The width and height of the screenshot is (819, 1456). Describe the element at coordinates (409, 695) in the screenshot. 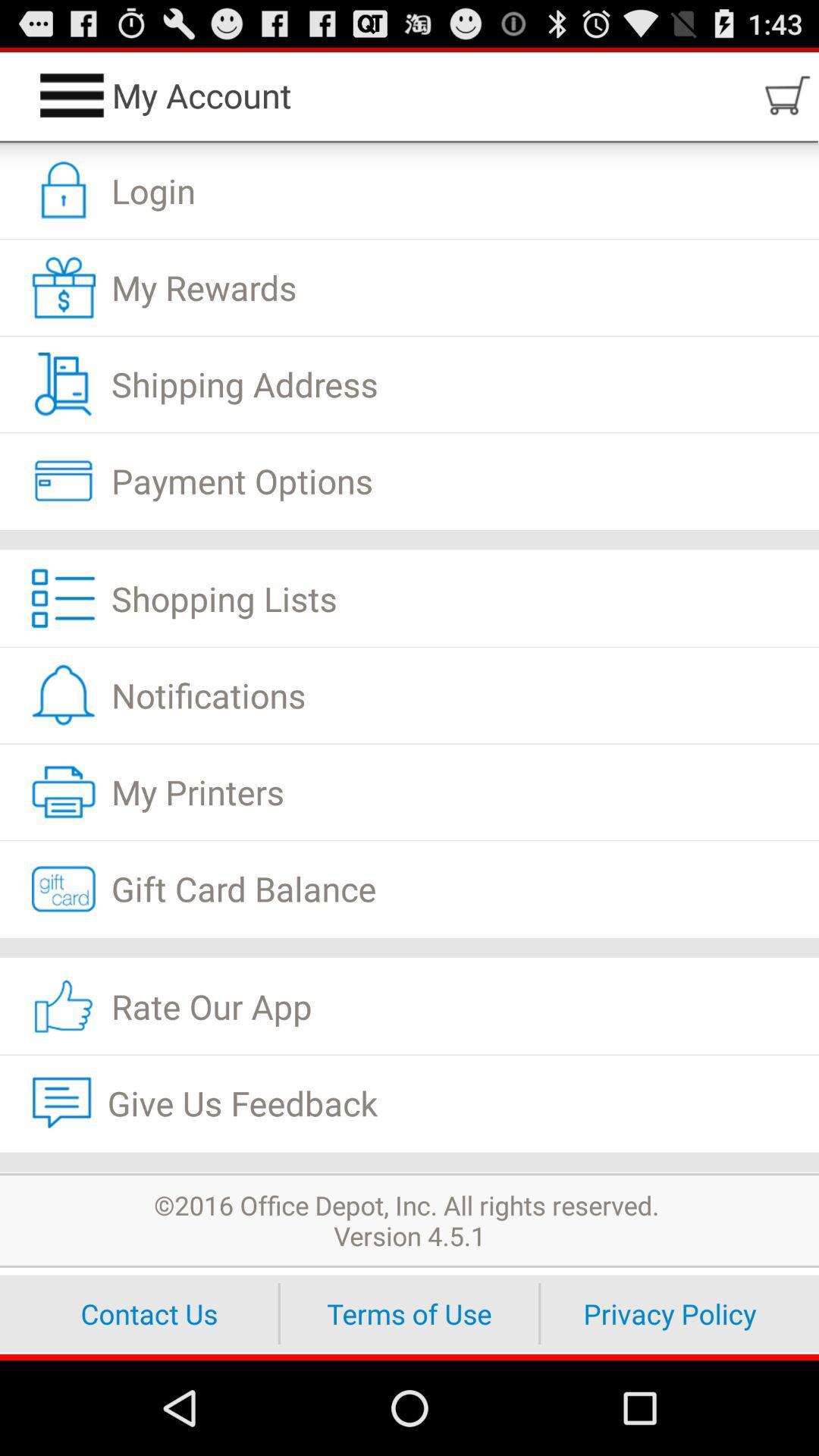

I see `item below the shopping lists item` at that location.